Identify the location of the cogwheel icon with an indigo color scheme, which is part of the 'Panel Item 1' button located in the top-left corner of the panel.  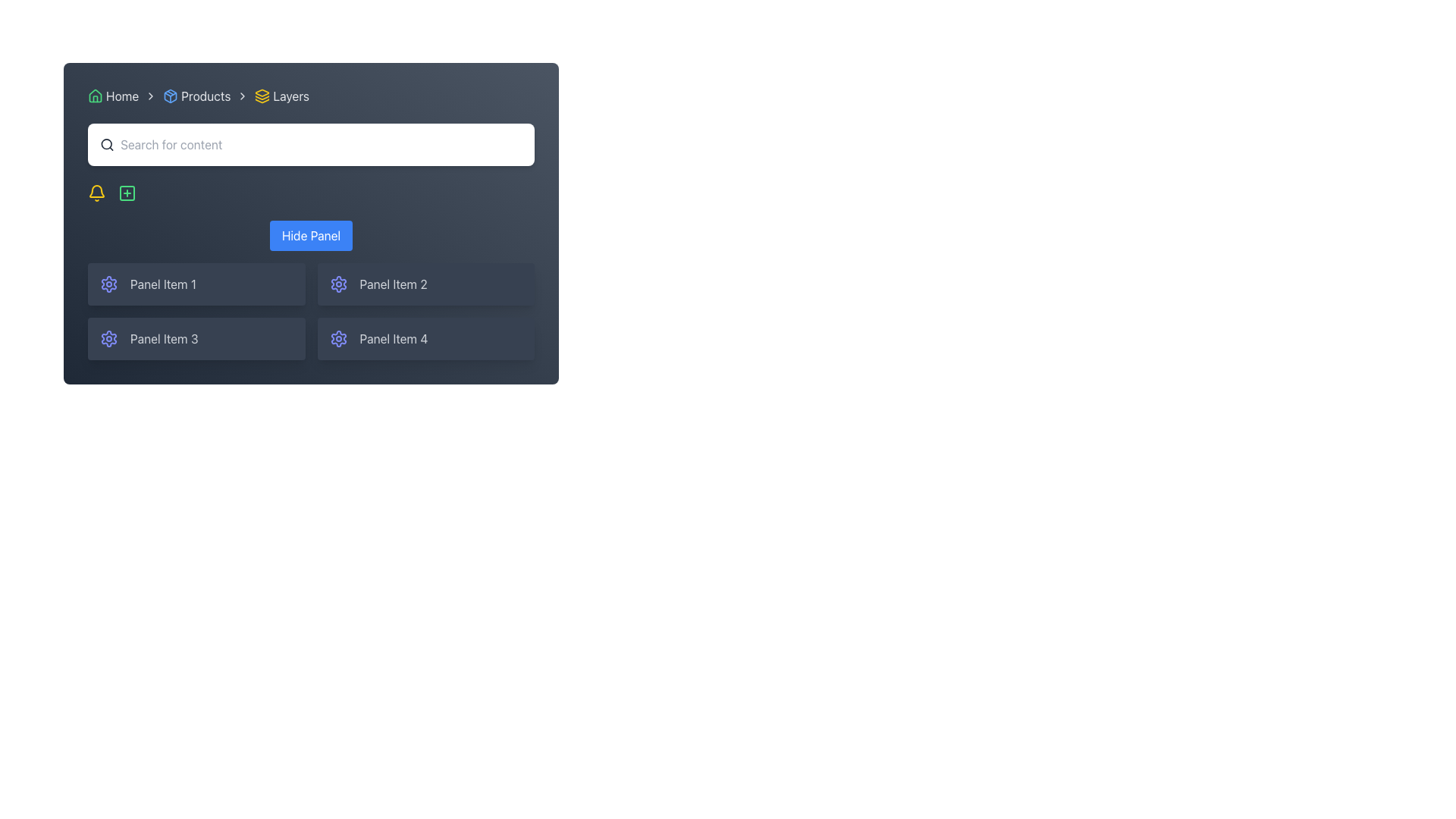
(108, 284).